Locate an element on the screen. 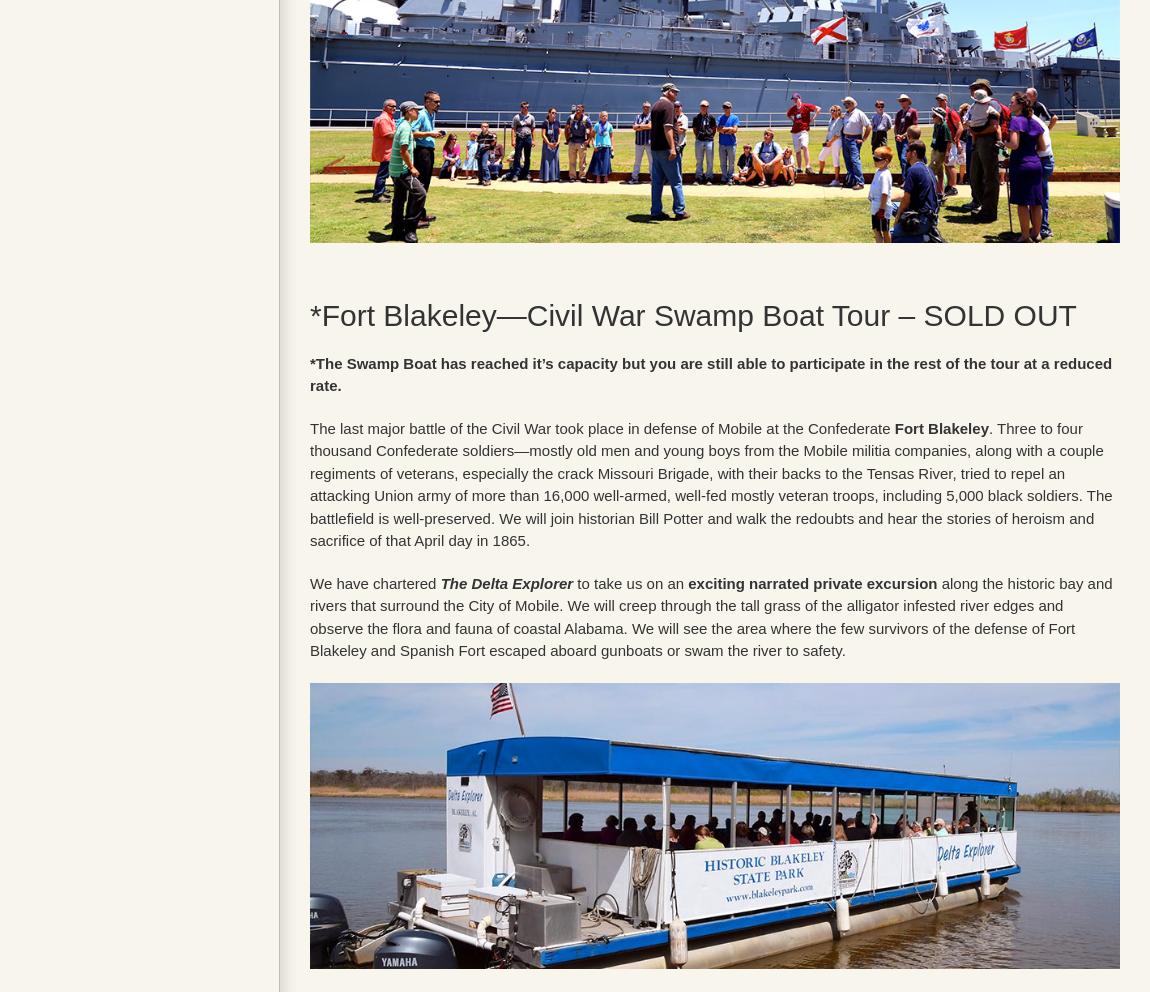 This screenshot has height=992, width=1150. 'to take us on an' is located at coordinates (629, 581).